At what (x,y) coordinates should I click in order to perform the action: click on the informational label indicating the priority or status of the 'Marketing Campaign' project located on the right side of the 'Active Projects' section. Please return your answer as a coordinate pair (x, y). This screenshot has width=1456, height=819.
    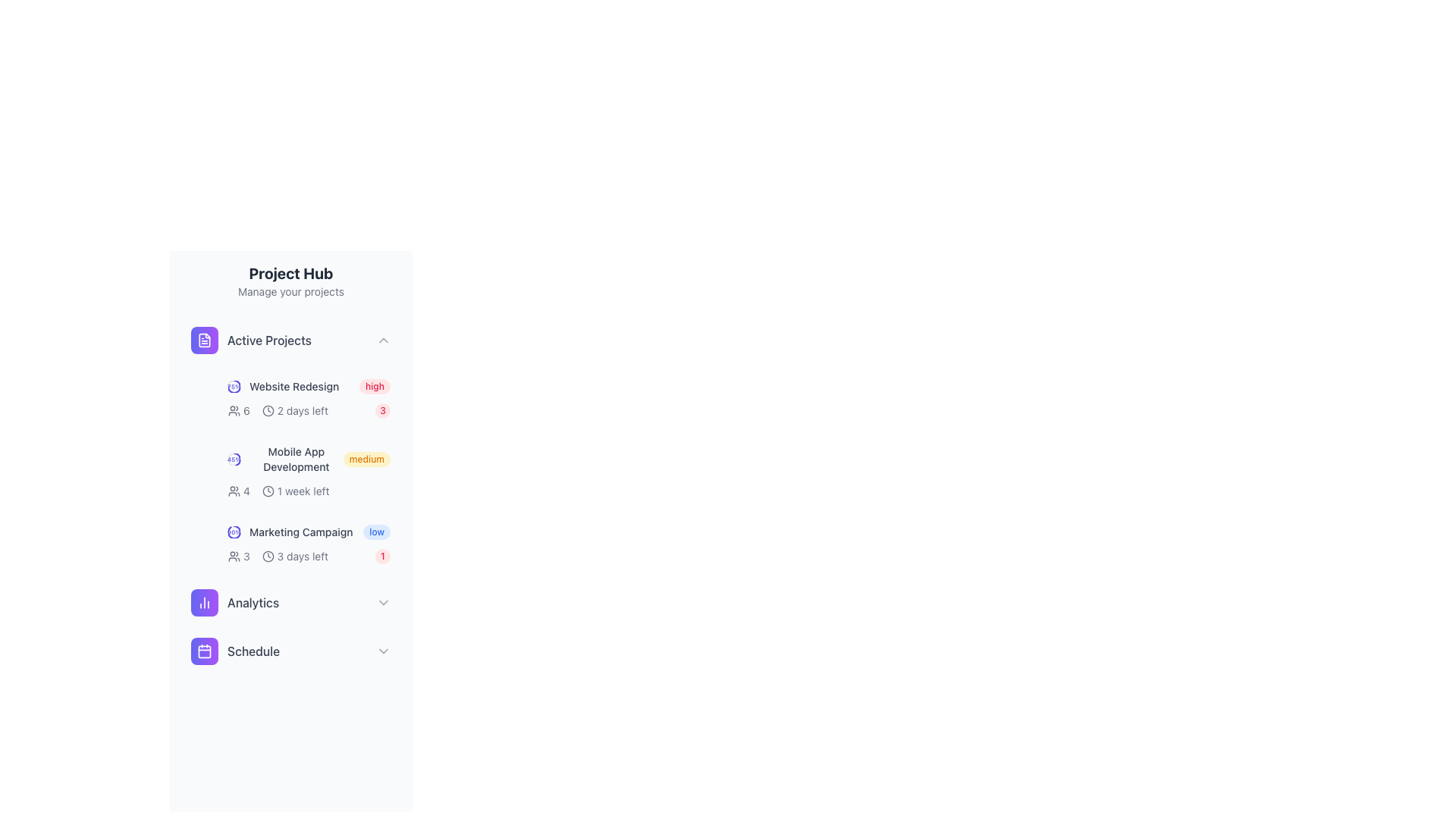
    Looking at the image, I should click on (377, 532).